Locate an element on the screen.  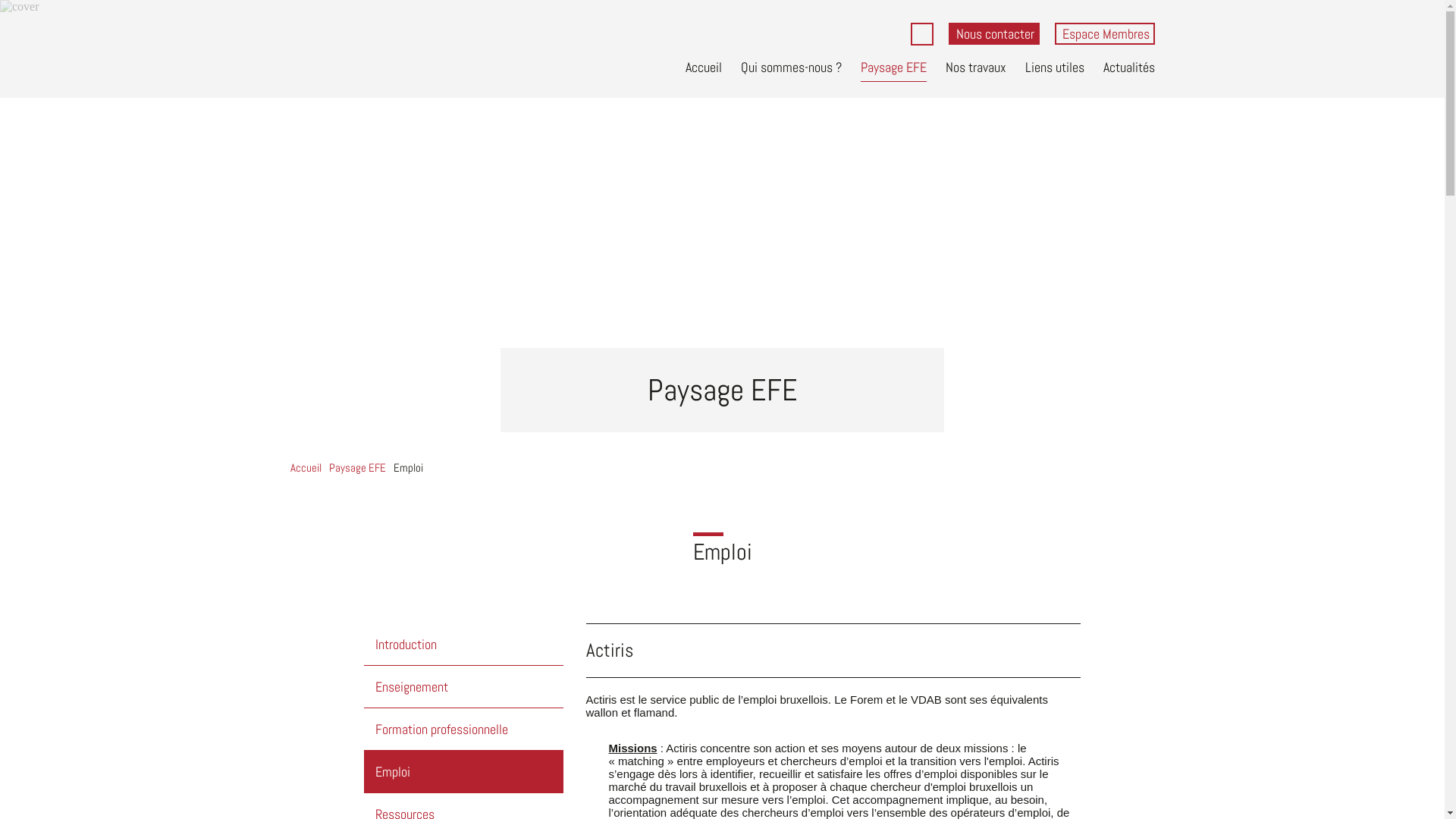
'Formation professionnelle' is located at coordinates (463, 728).